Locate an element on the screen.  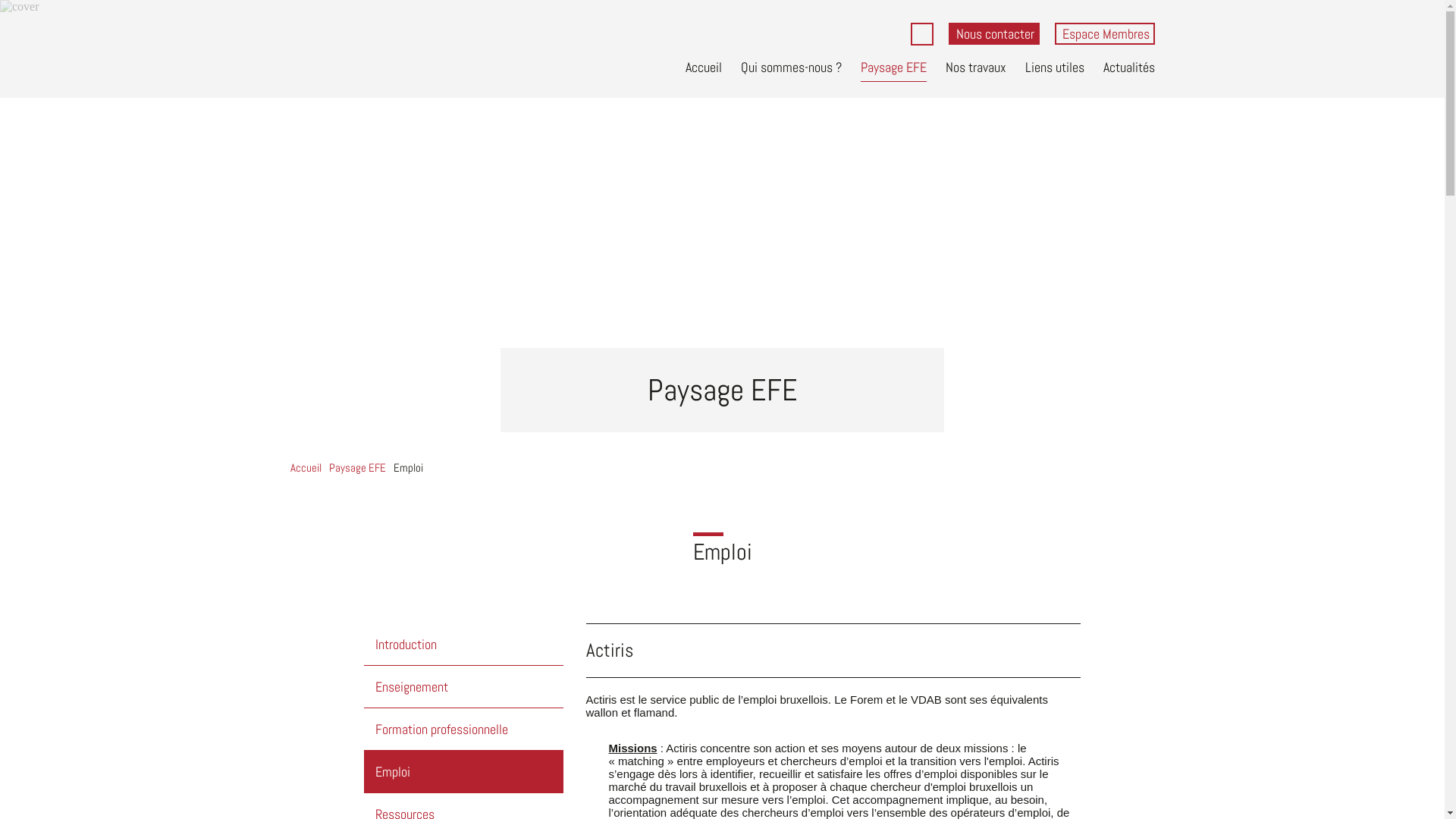
'Formation professionnelle' is located at coordinates (463, 728).